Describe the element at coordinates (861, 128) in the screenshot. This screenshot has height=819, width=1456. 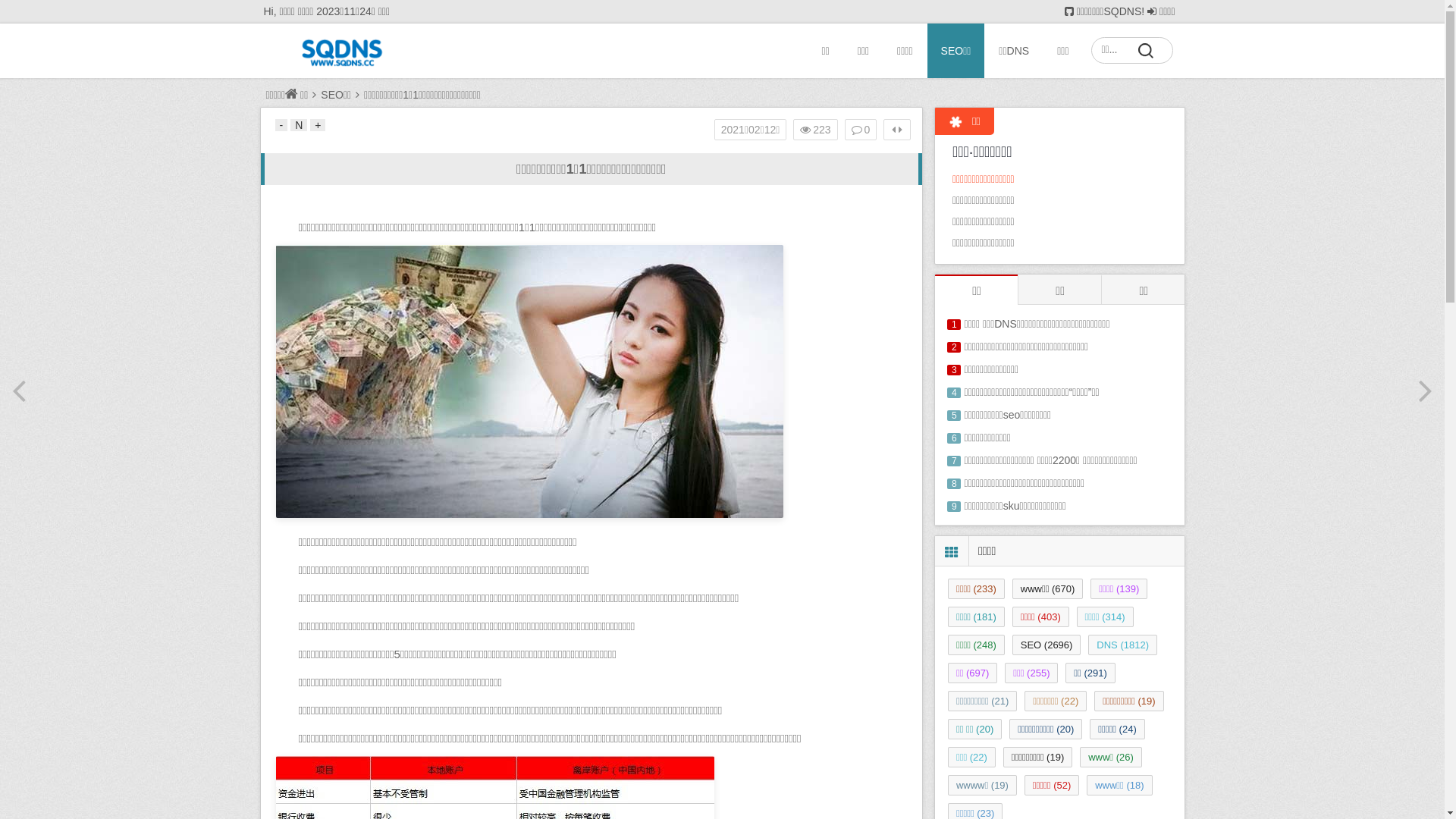
I see `'0'` at that location.